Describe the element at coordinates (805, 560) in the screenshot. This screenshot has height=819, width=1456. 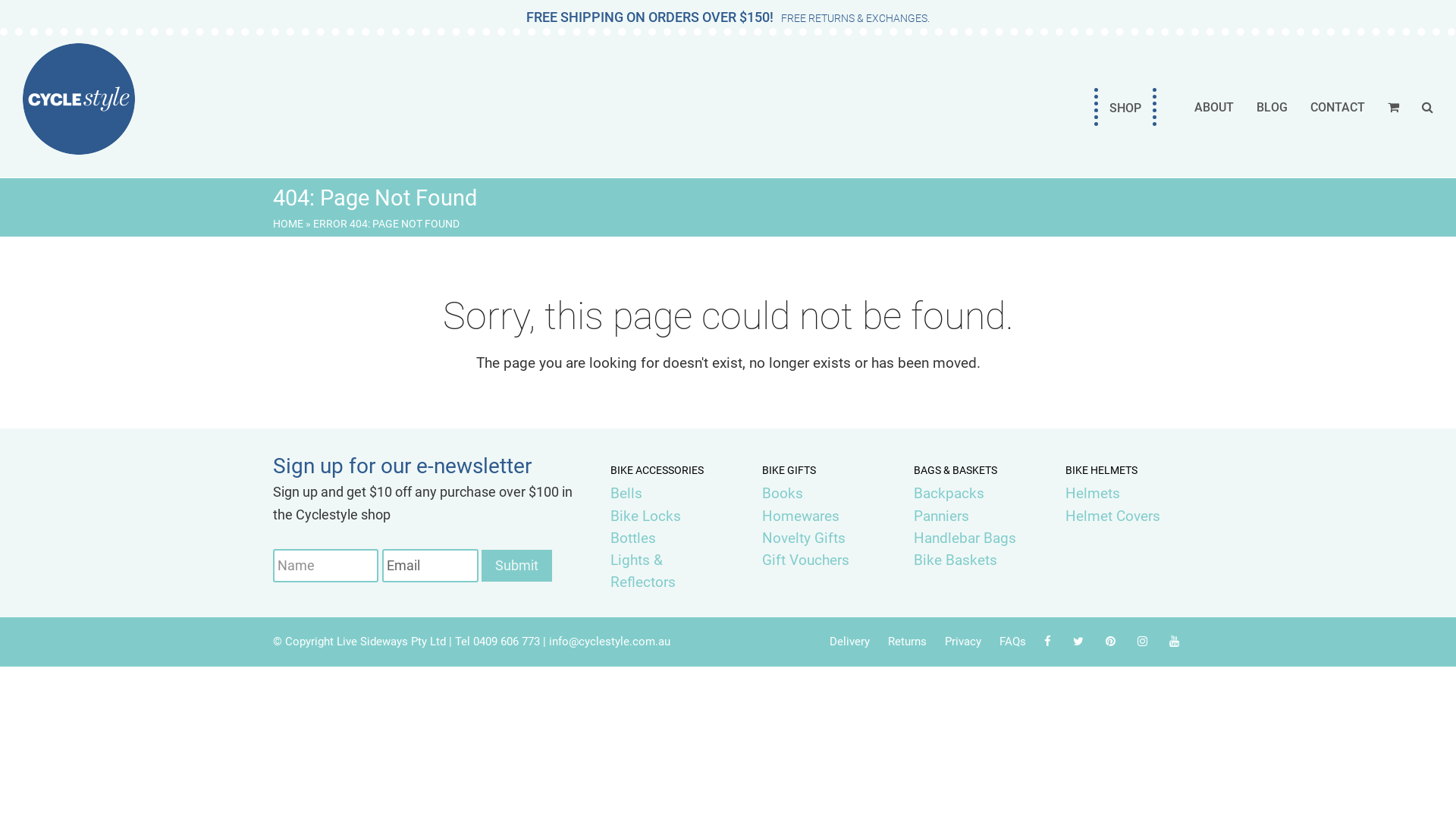
I see `'Gift Vouchers'` at that location.